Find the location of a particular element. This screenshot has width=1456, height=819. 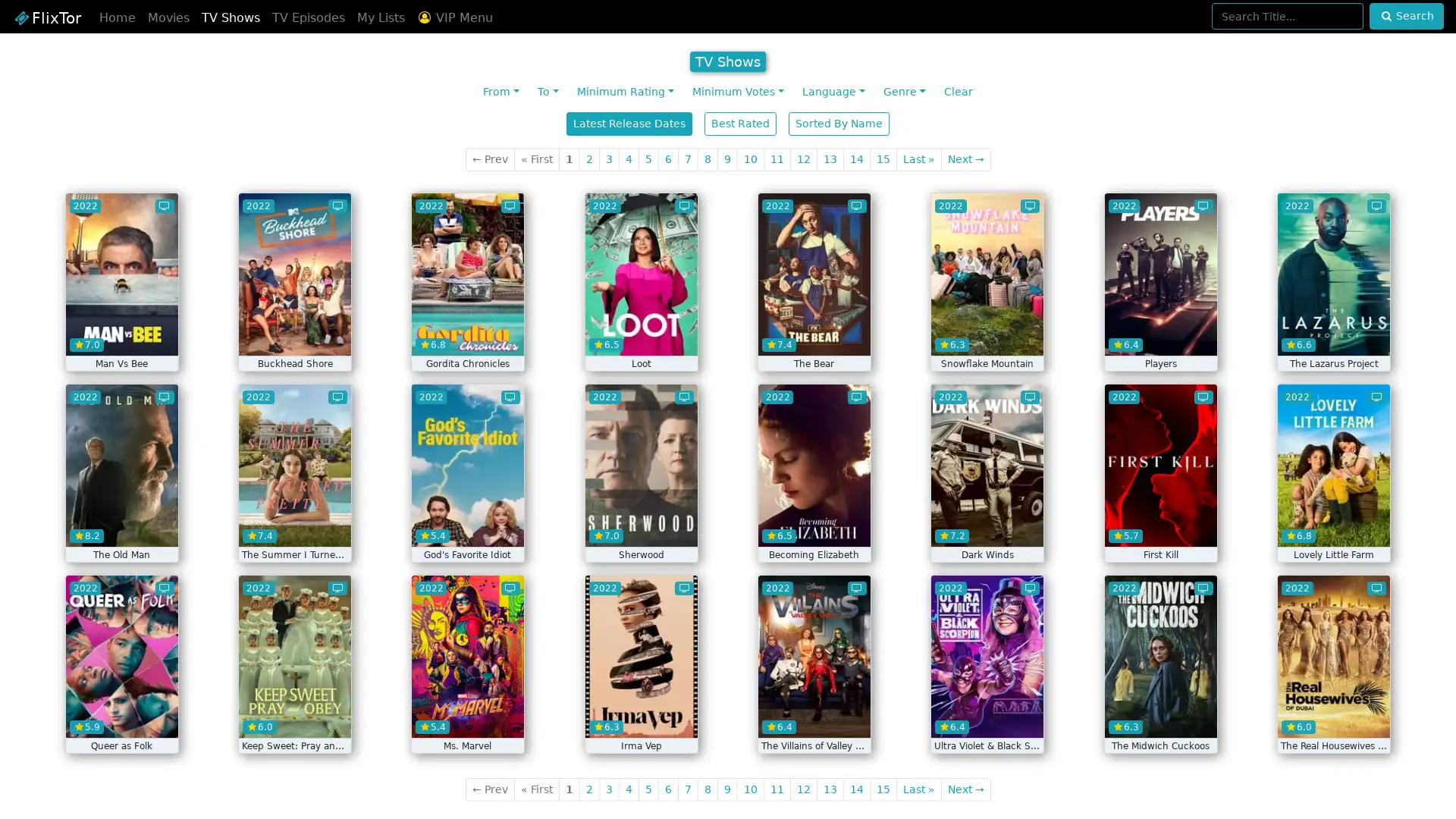

VIP Menu is located at coordinates (453, 17).